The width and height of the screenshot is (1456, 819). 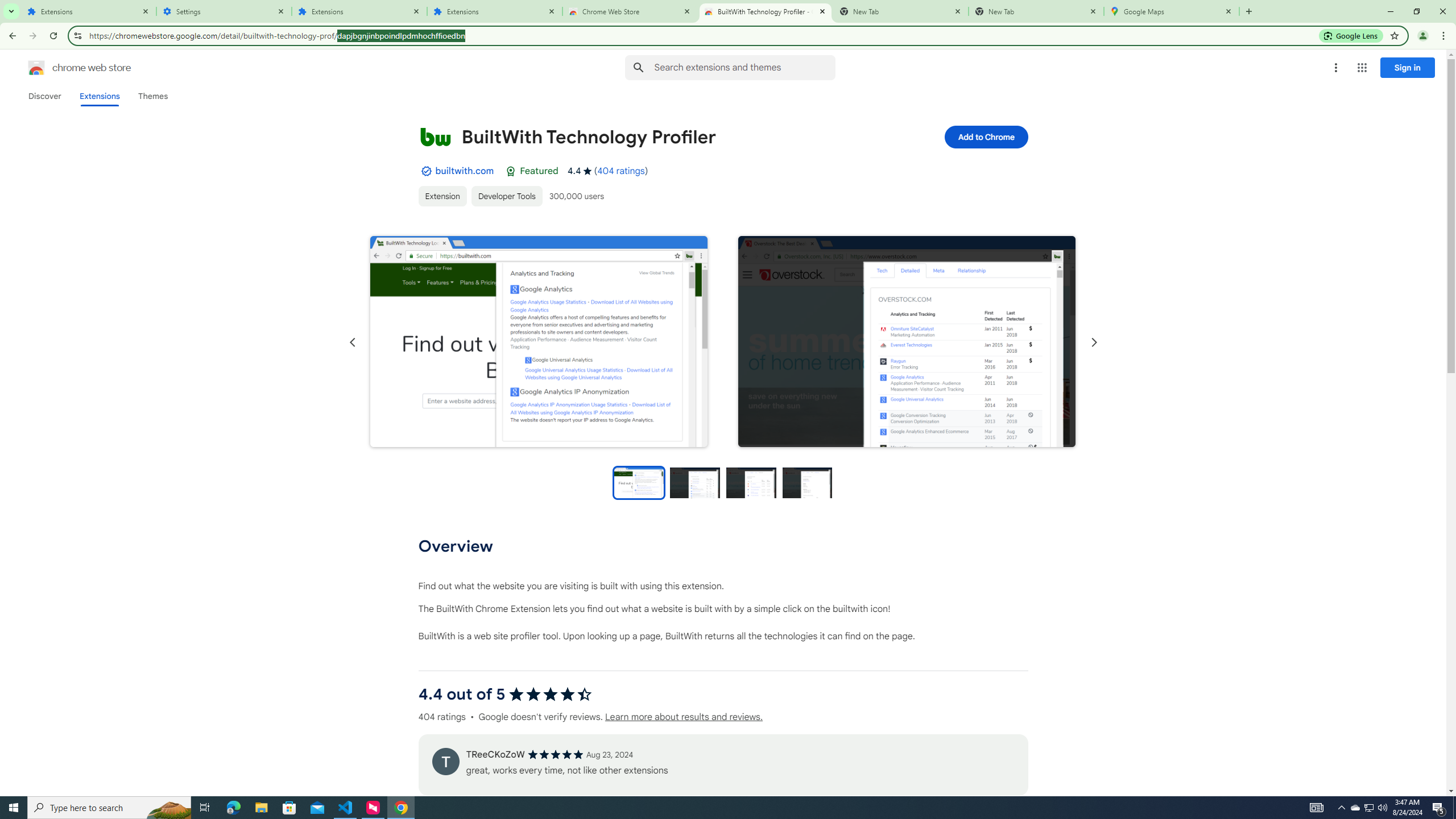 I want to click on 'Bookmark this tab', so click(x=1393, y=35).